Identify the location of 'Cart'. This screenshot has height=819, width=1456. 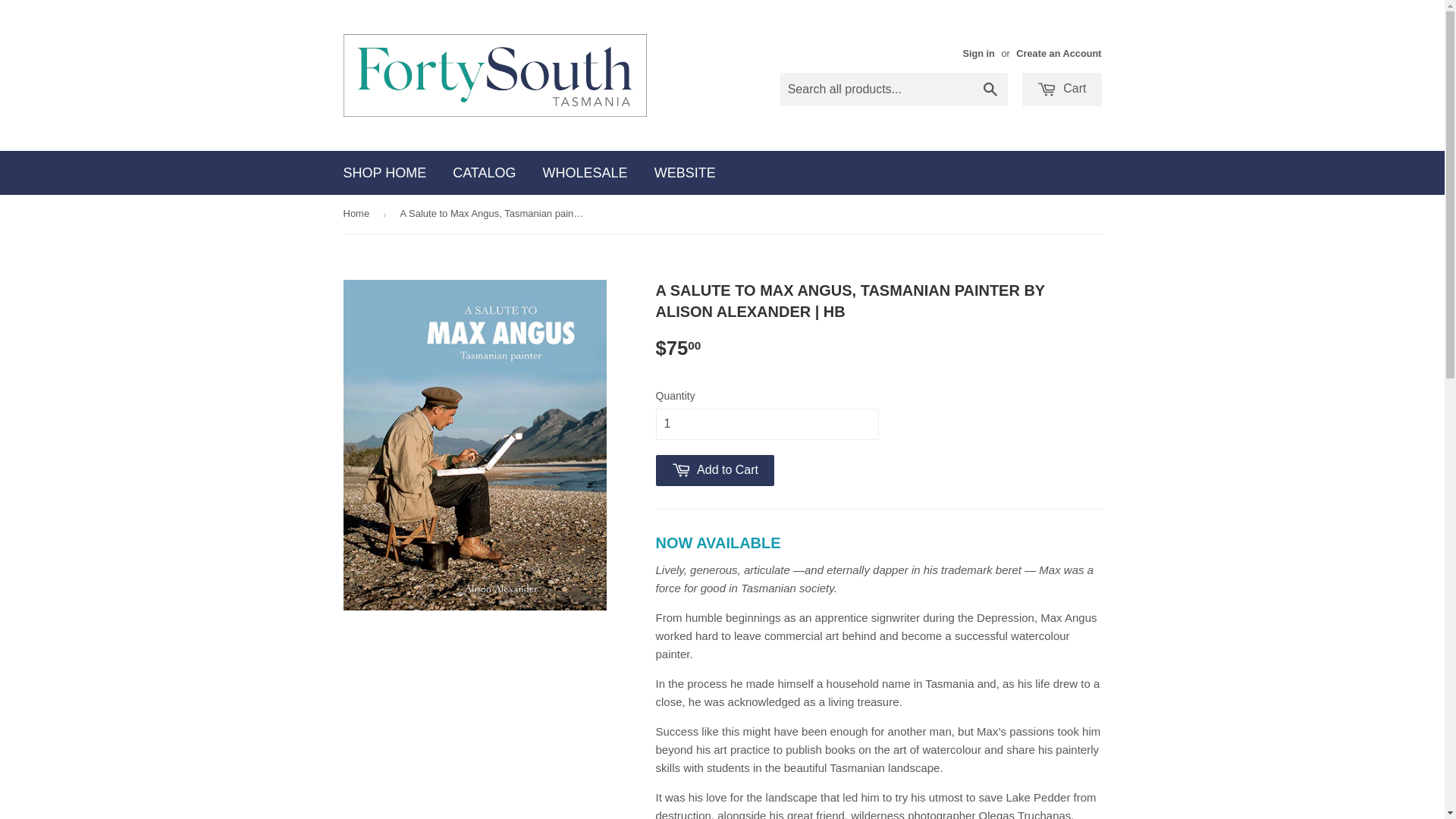
(1061, 89).